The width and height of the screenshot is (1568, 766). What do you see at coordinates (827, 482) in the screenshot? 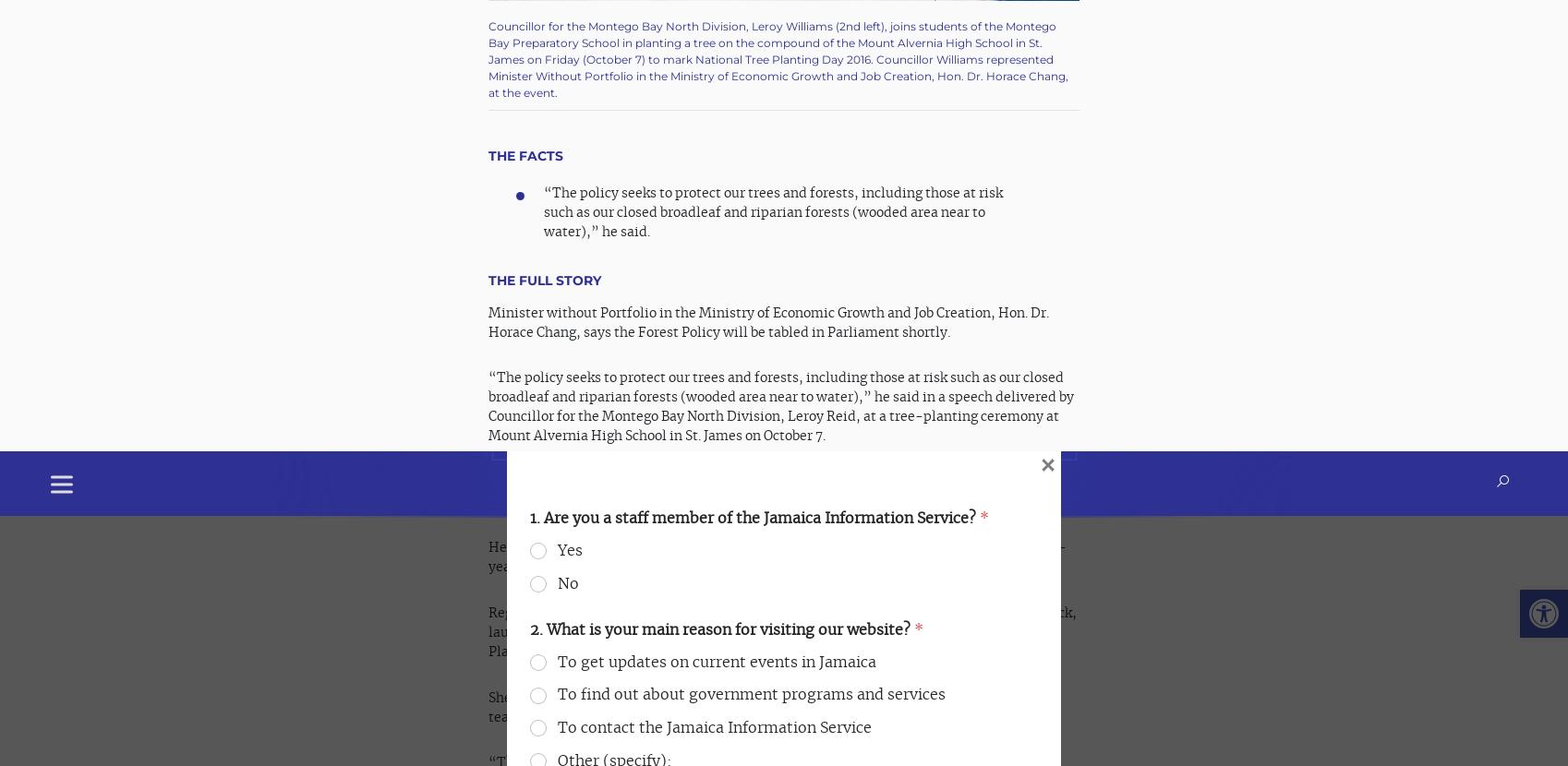
I see `'Corporate'` at bounding box center [827, 482].